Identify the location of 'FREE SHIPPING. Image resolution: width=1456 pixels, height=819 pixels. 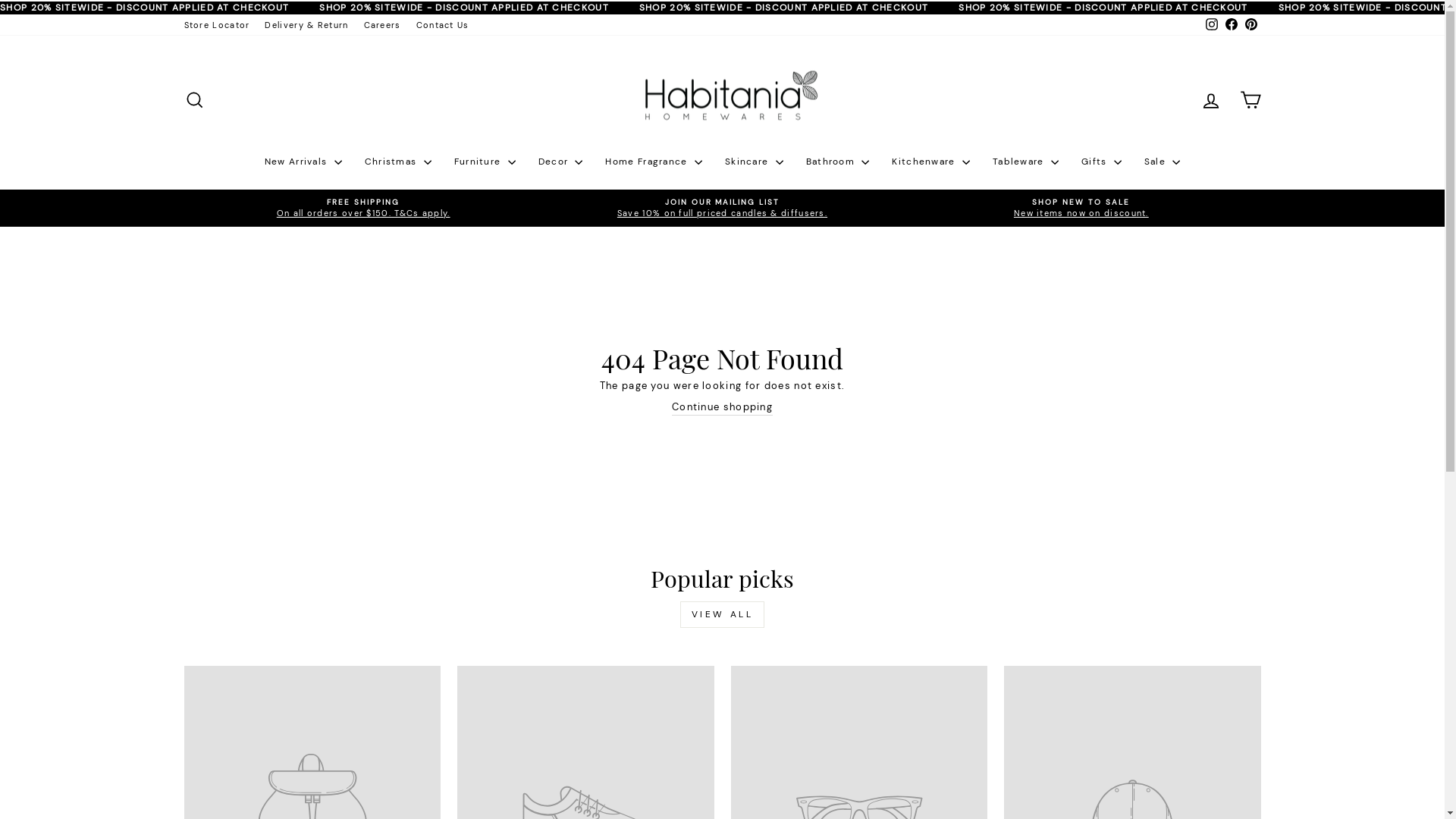
(362, 208).